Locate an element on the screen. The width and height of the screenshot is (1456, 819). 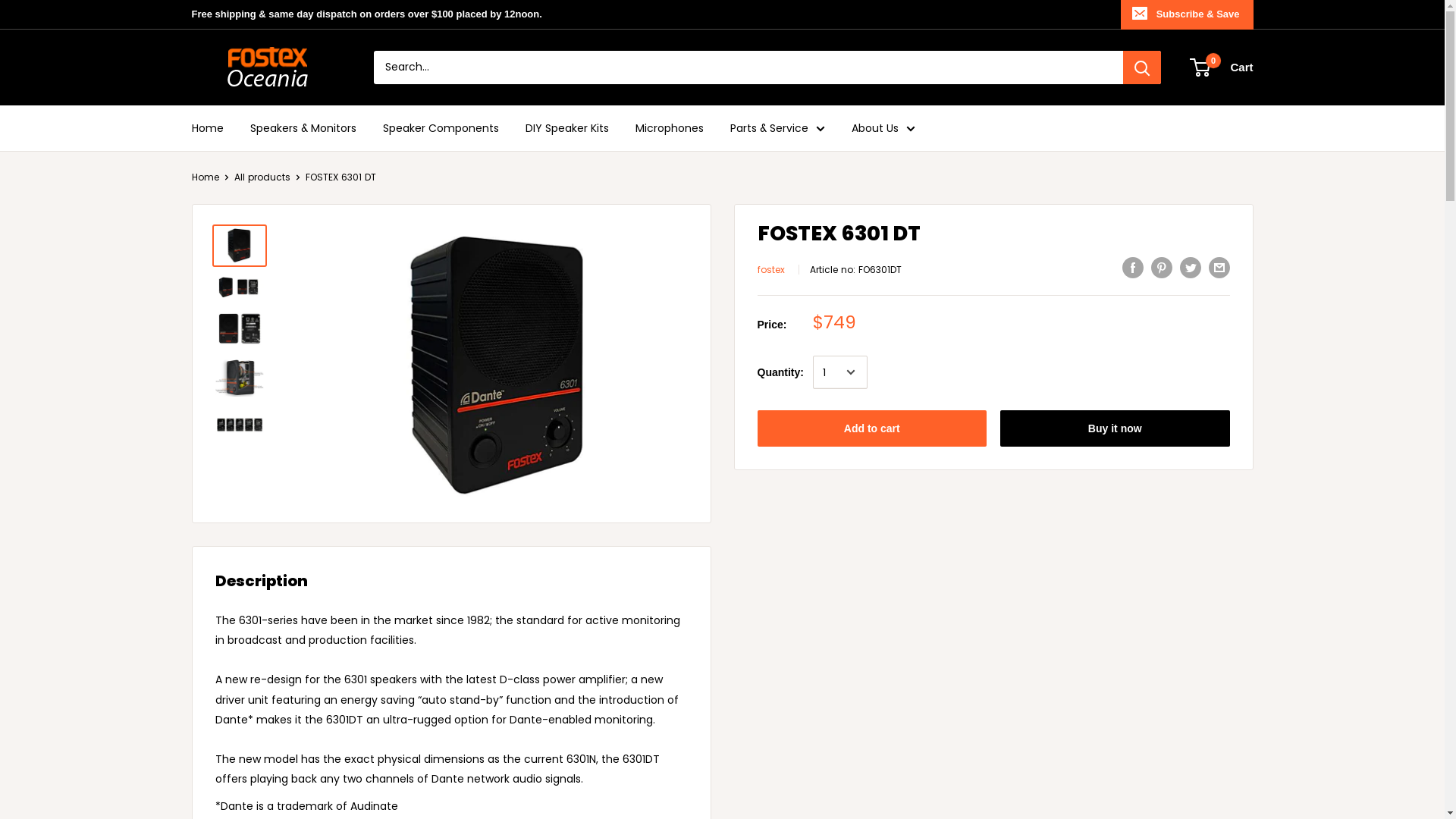
'Speakers & Monitors' is located at coordinates (303, 127).